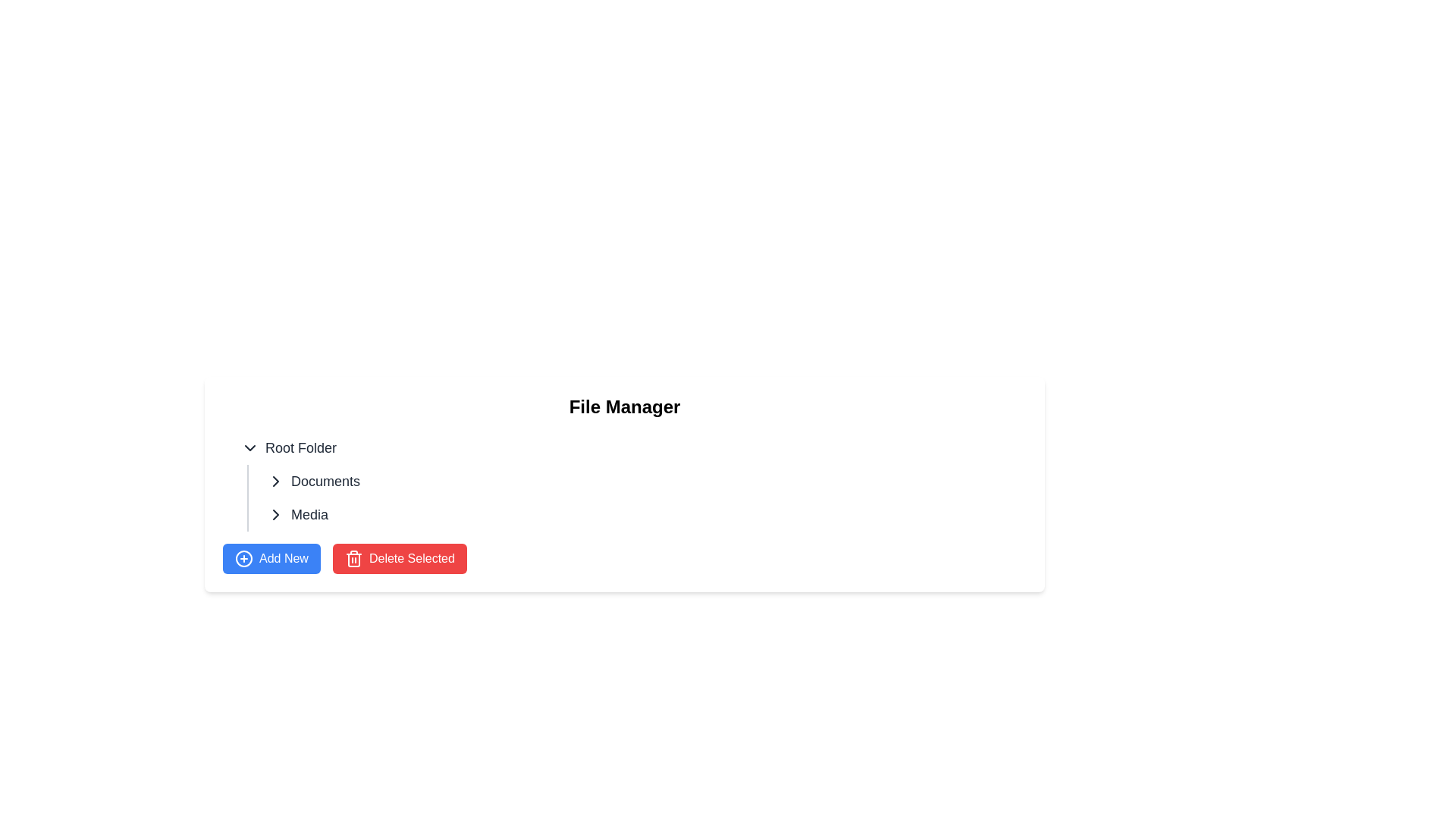 The width and height of the screenshot is (1456, 819). What do you see at coordinates (271, 558) in the screenshot?
I see `the blue 'Add New' button that contains a plus symbol icon and white text, positioned to the left of the red 'Delete Selected' button` at bounding box center [271, 558].